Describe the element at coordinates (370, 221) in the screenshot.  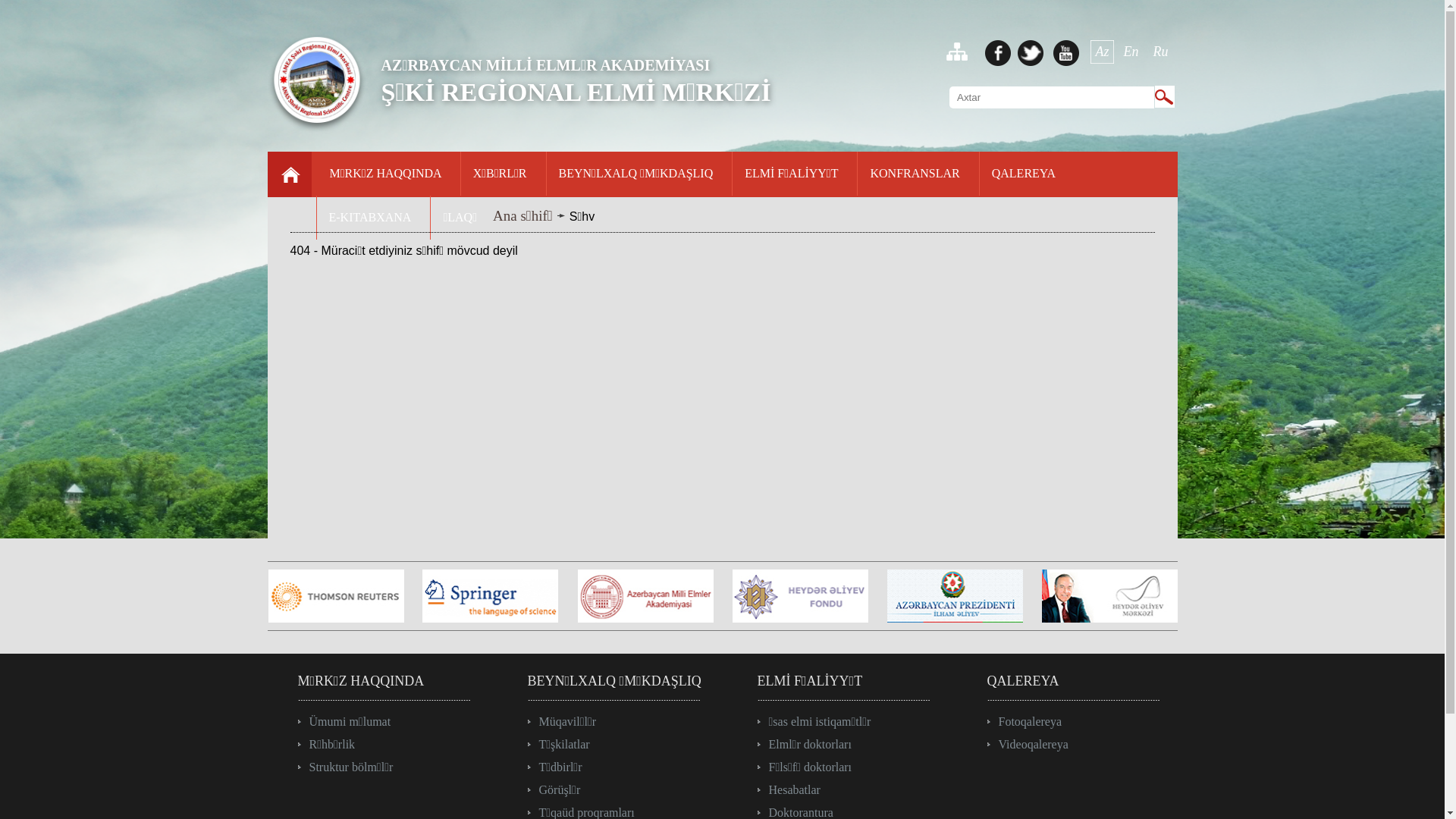
I see `'E-KITABXANA'` at that location.